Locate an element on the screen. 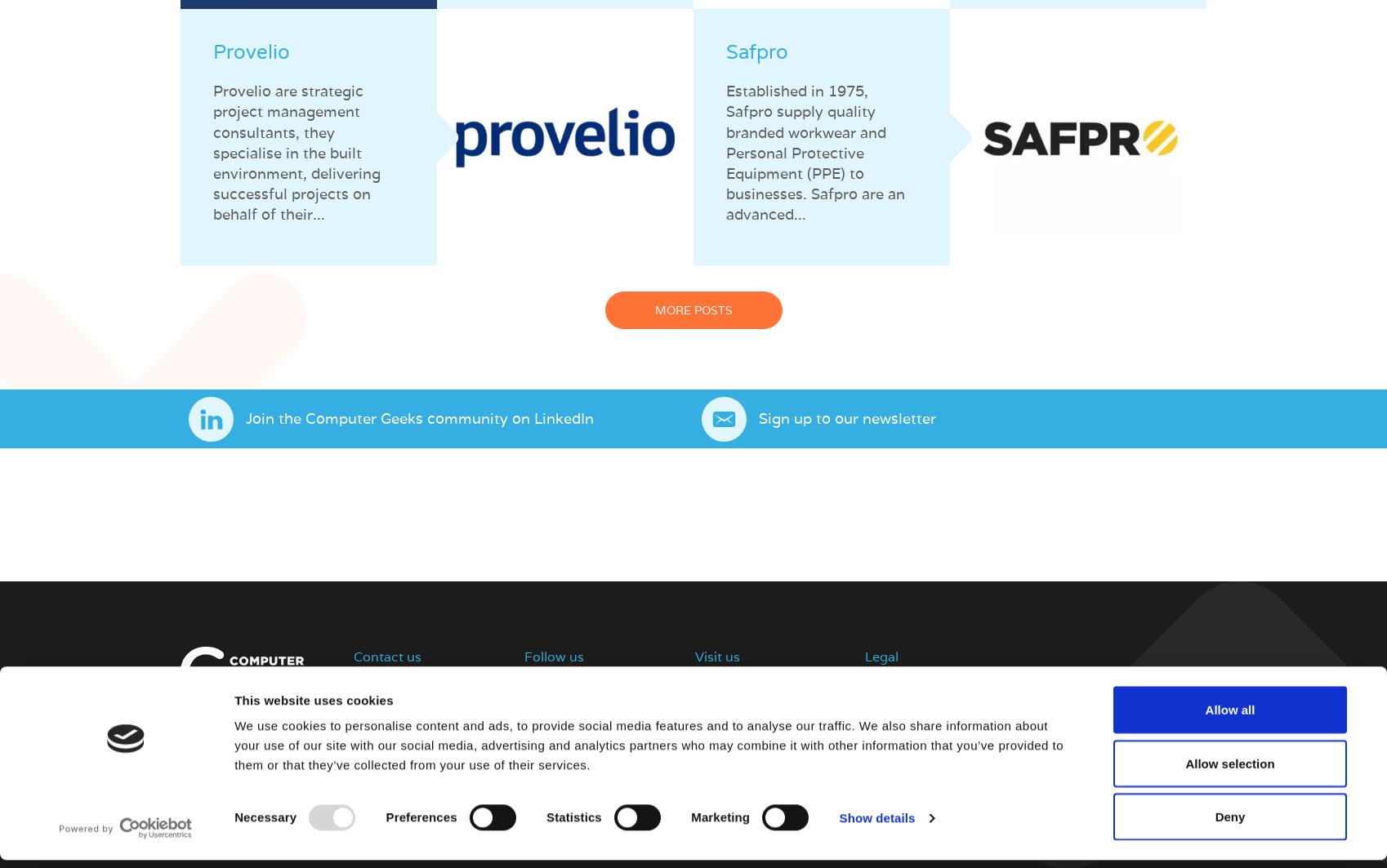 The width and height of the screenshot is (1387, 868). '7 Thomas Lane,' is located at coordinates (738, 683).